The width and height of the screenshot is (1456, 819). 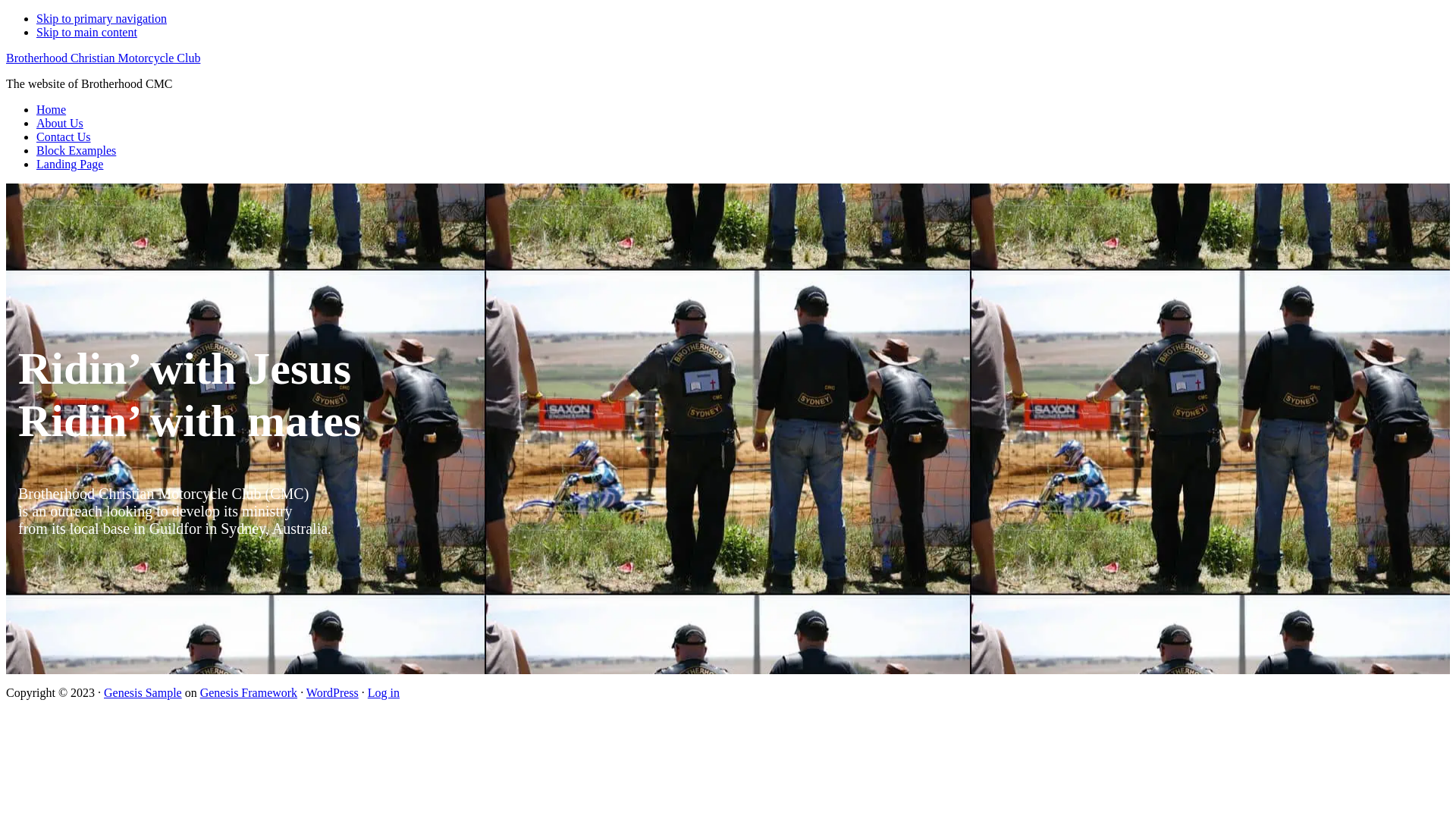 I want to click on 'Skip to main content', so click(x=86, y=32).